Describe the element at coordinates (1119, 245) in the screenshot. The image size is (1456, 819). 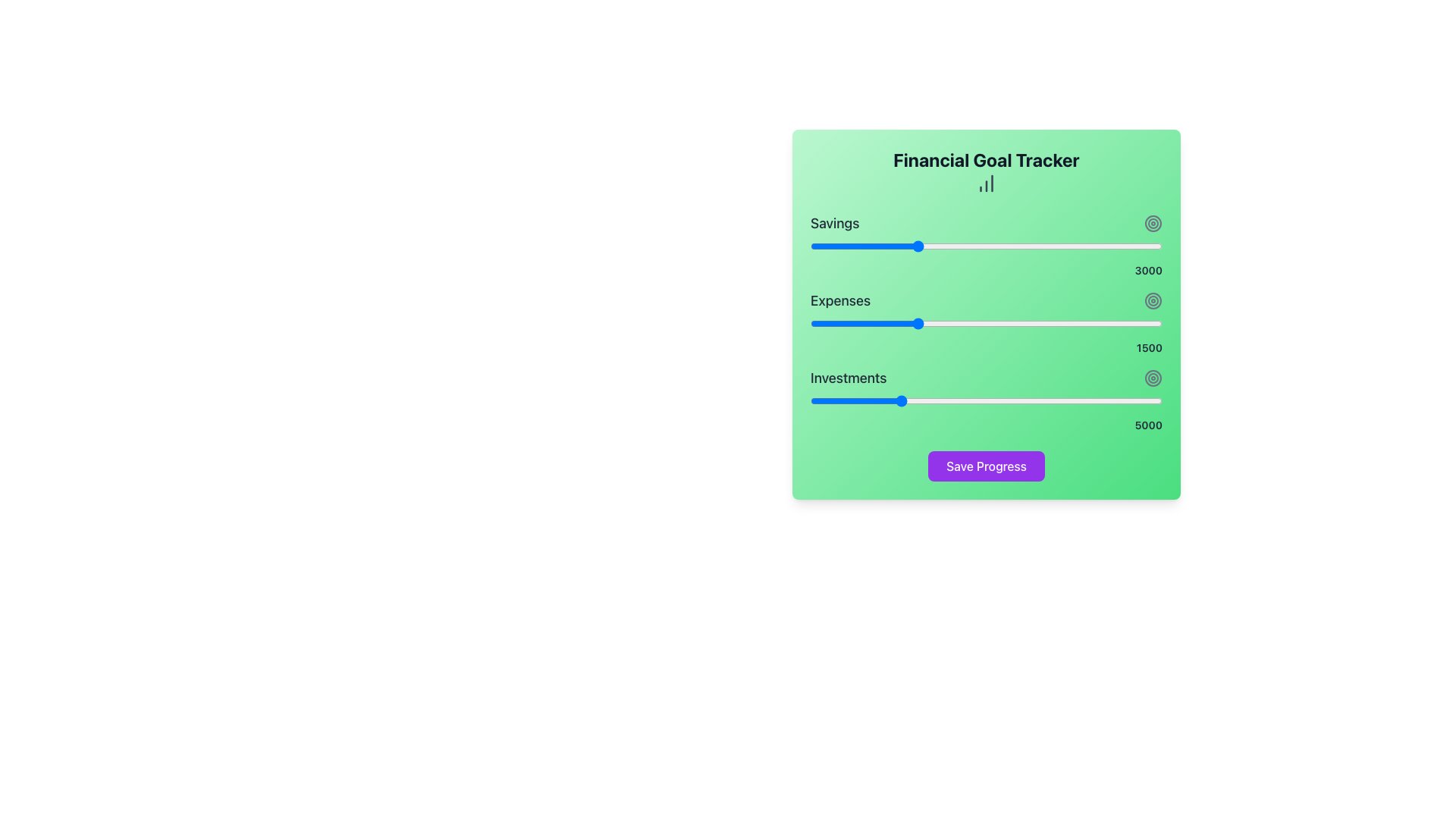
I see `the savings value` at that location.